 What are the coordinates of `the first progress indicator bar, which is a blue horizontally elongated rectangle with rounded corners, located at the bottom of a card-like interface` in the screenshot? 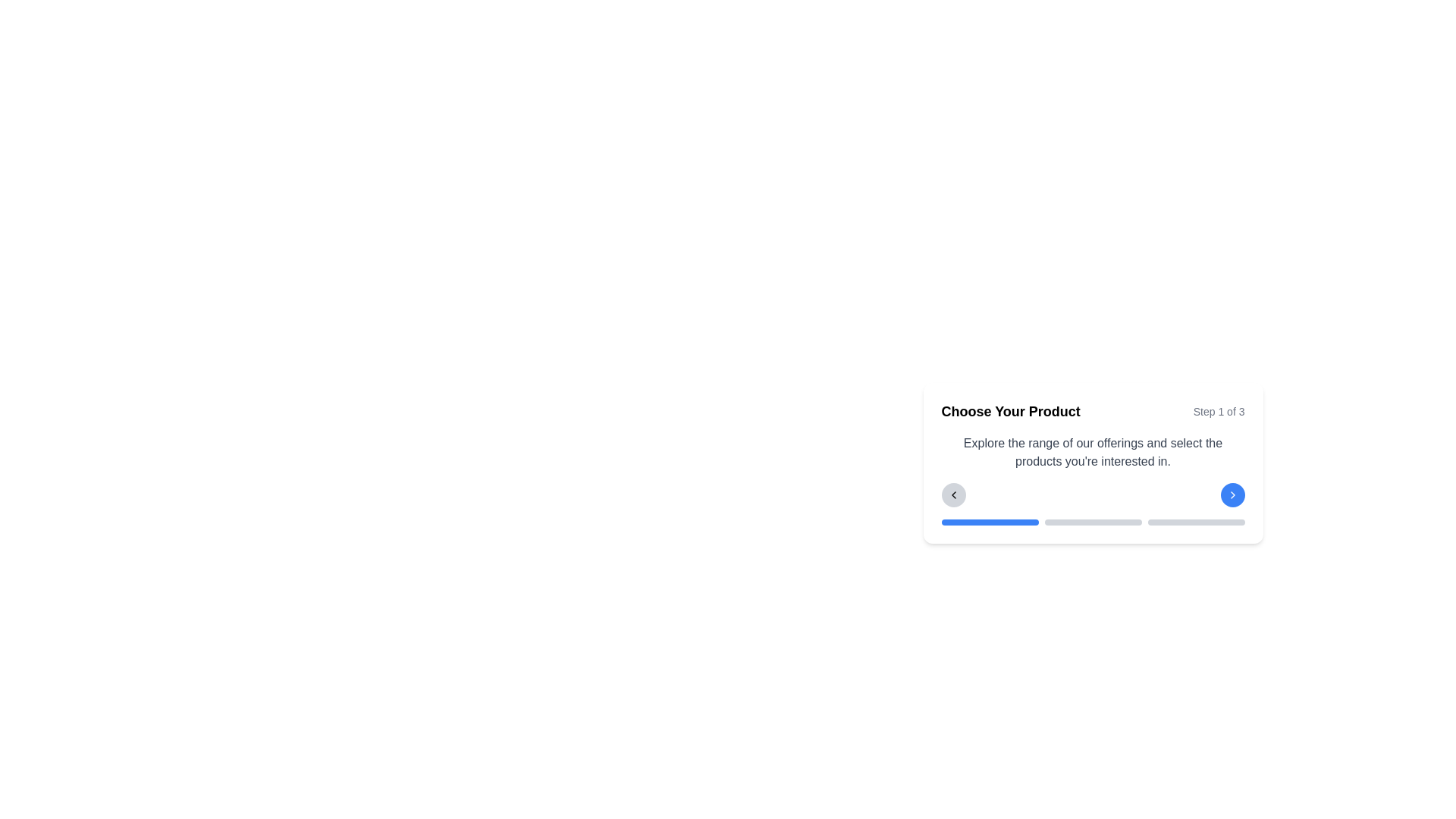 It's located at (990, 522).